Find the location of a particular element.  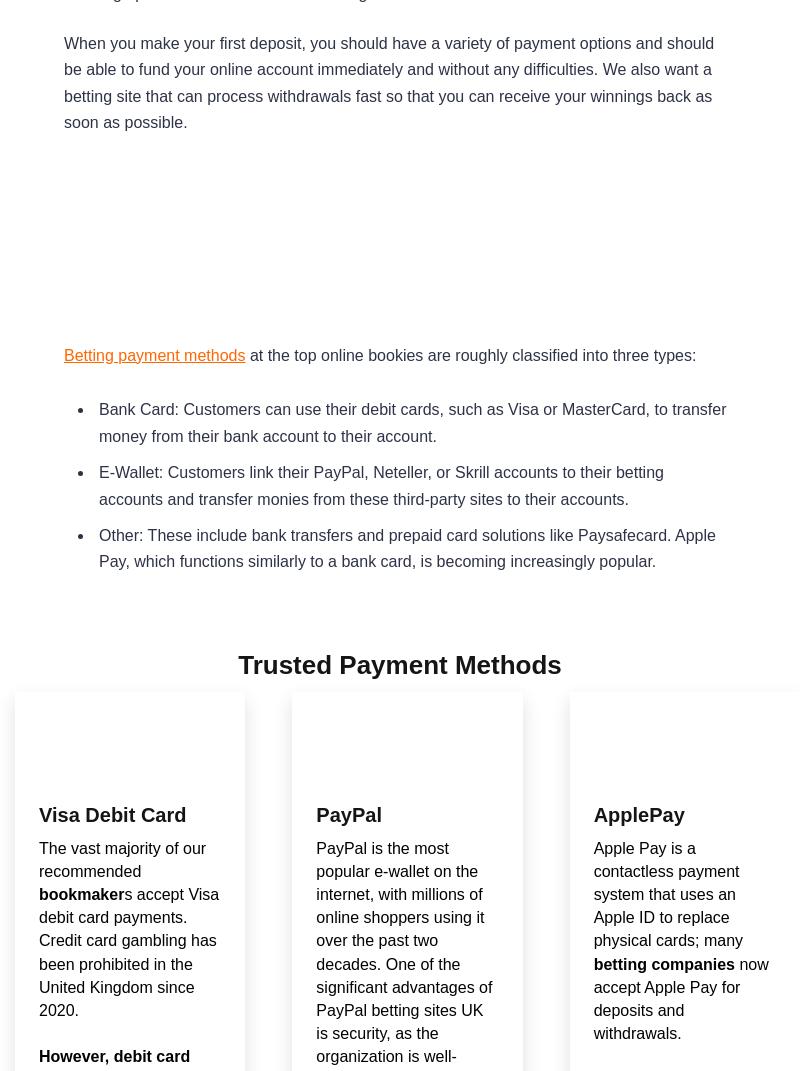

'Betting payment methods' is located at coordinates (63, 353).